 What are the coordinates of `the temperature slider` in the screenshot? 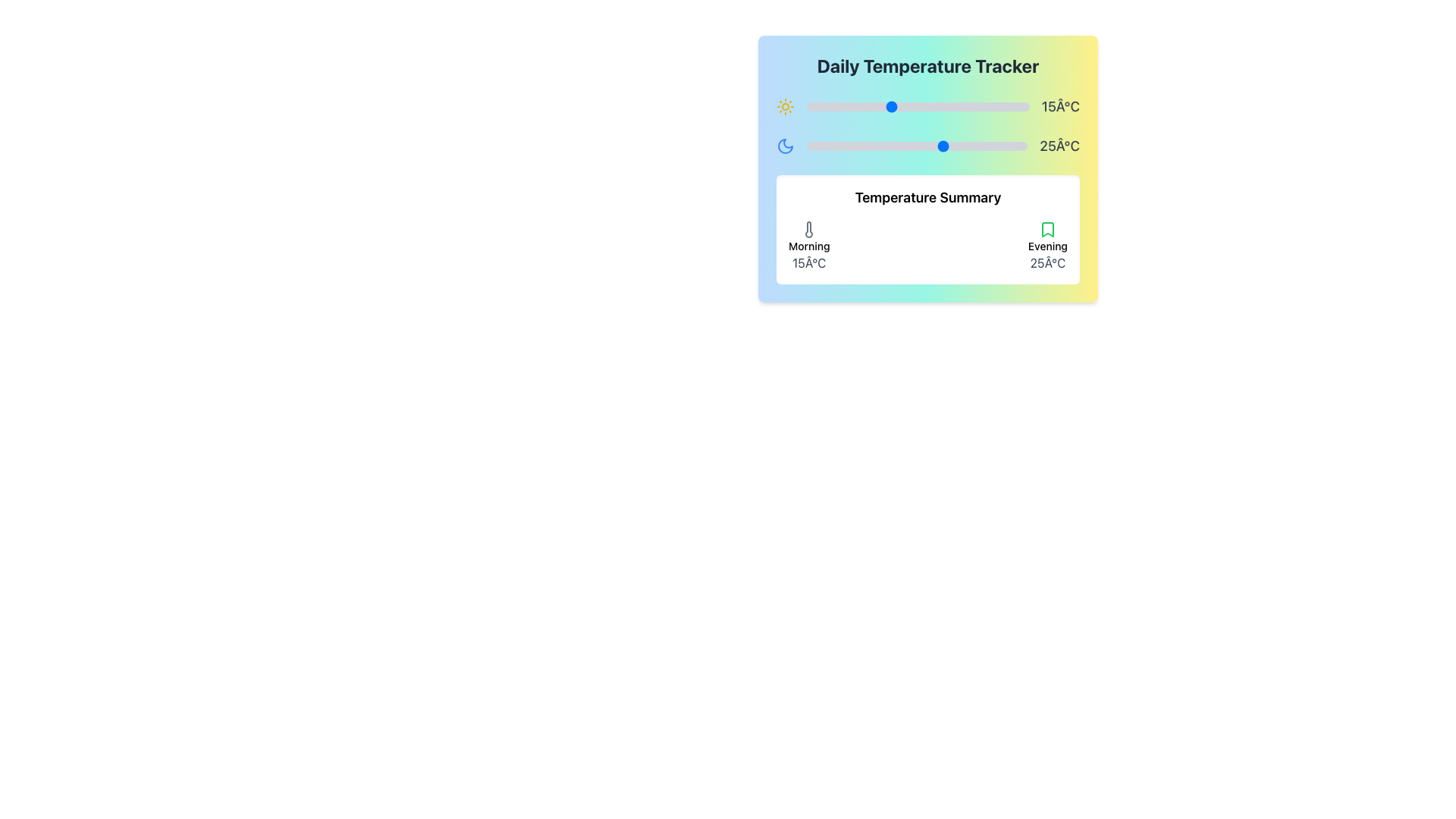 It's located at (1012, 106).